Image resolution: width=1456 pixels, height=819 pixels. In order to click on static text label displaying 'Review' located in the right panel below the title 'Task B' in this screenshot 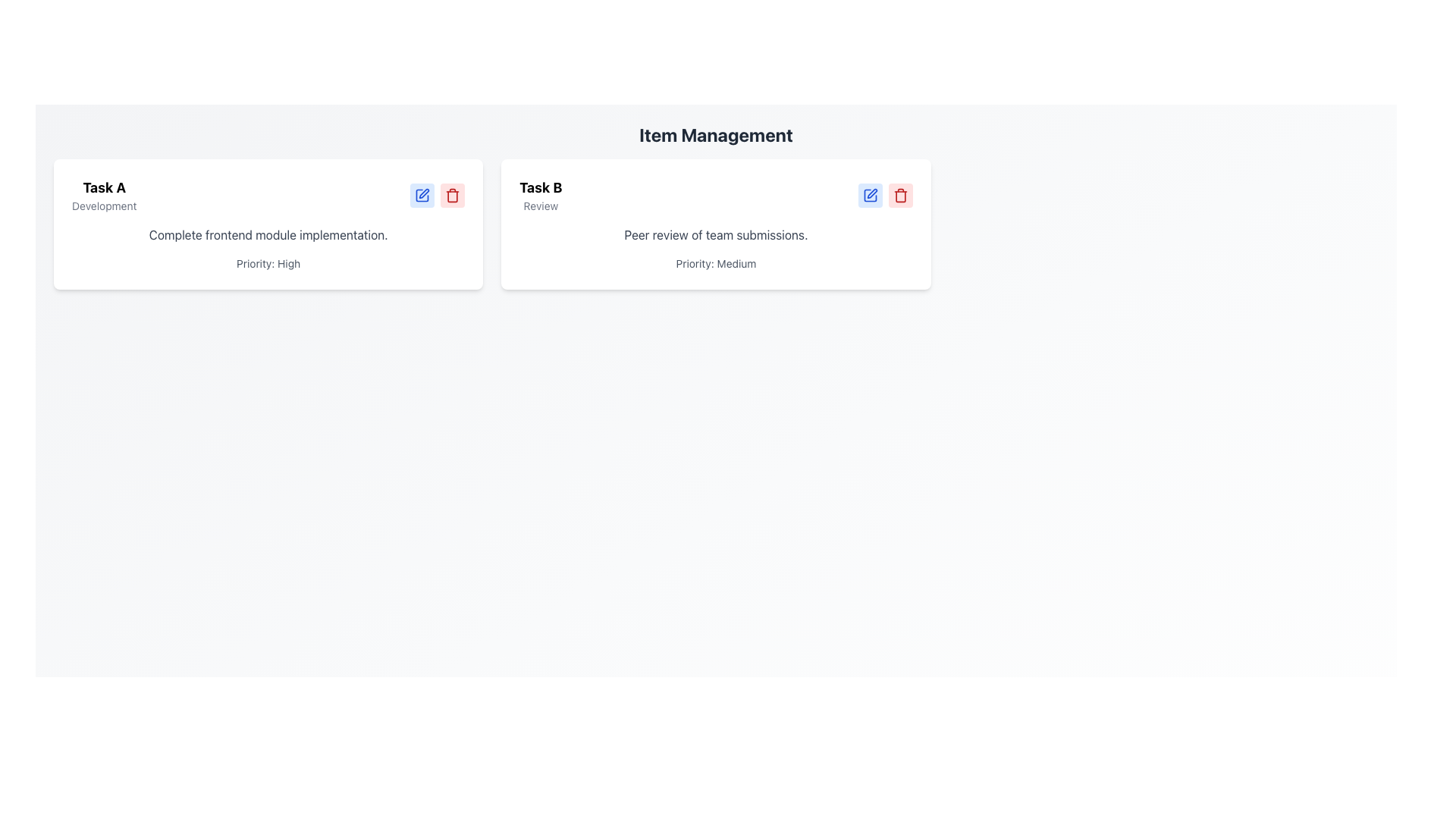, I will do `click(541, 206)`.